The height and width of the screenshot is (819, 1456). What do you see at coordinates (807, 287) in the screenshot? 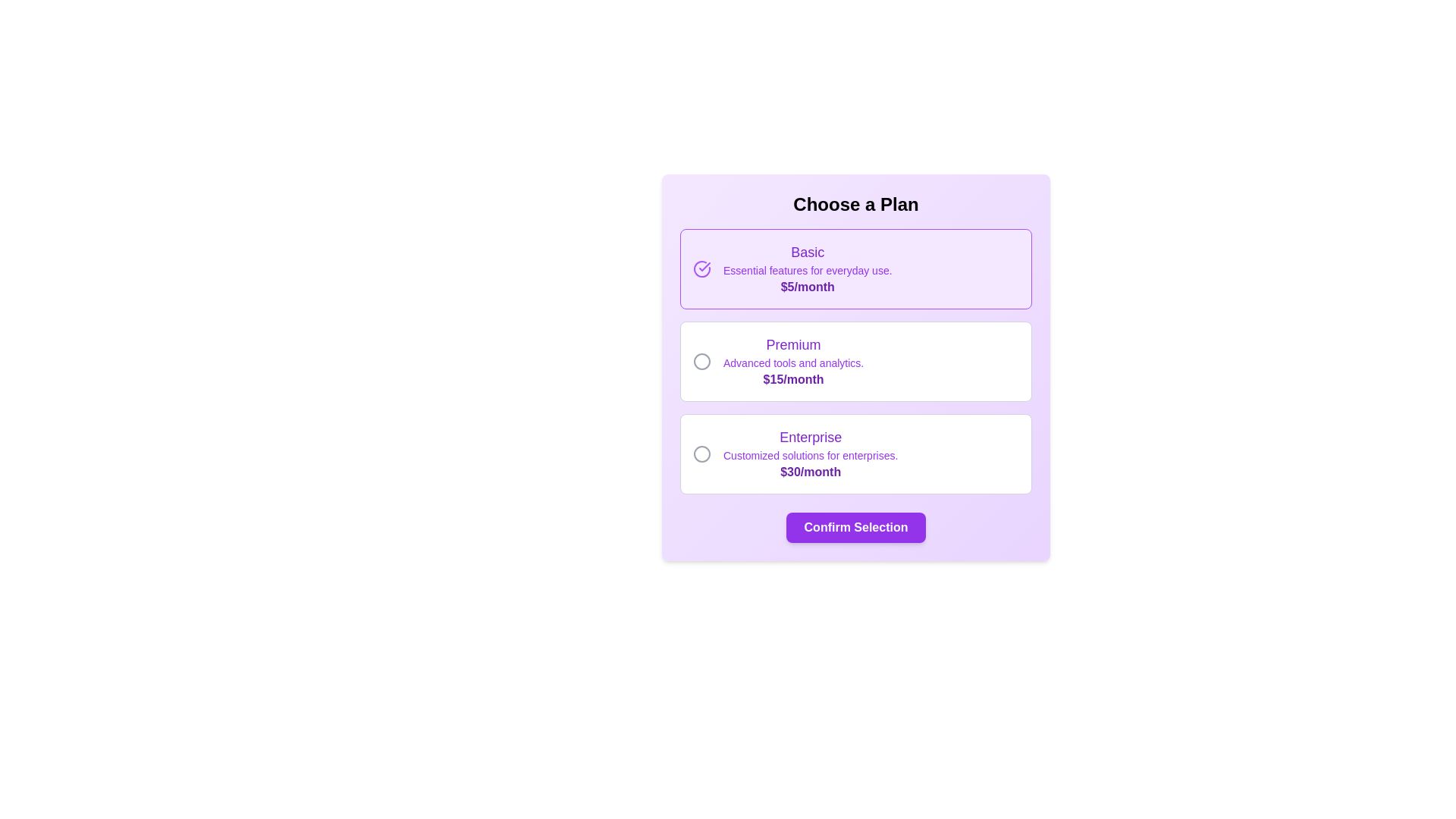
I see `text stating '$5/month' in bold purple font located in the 'Basic' pricing card, positioned centrally in the upper-middle region of the card` at bounding box center [807, 287].